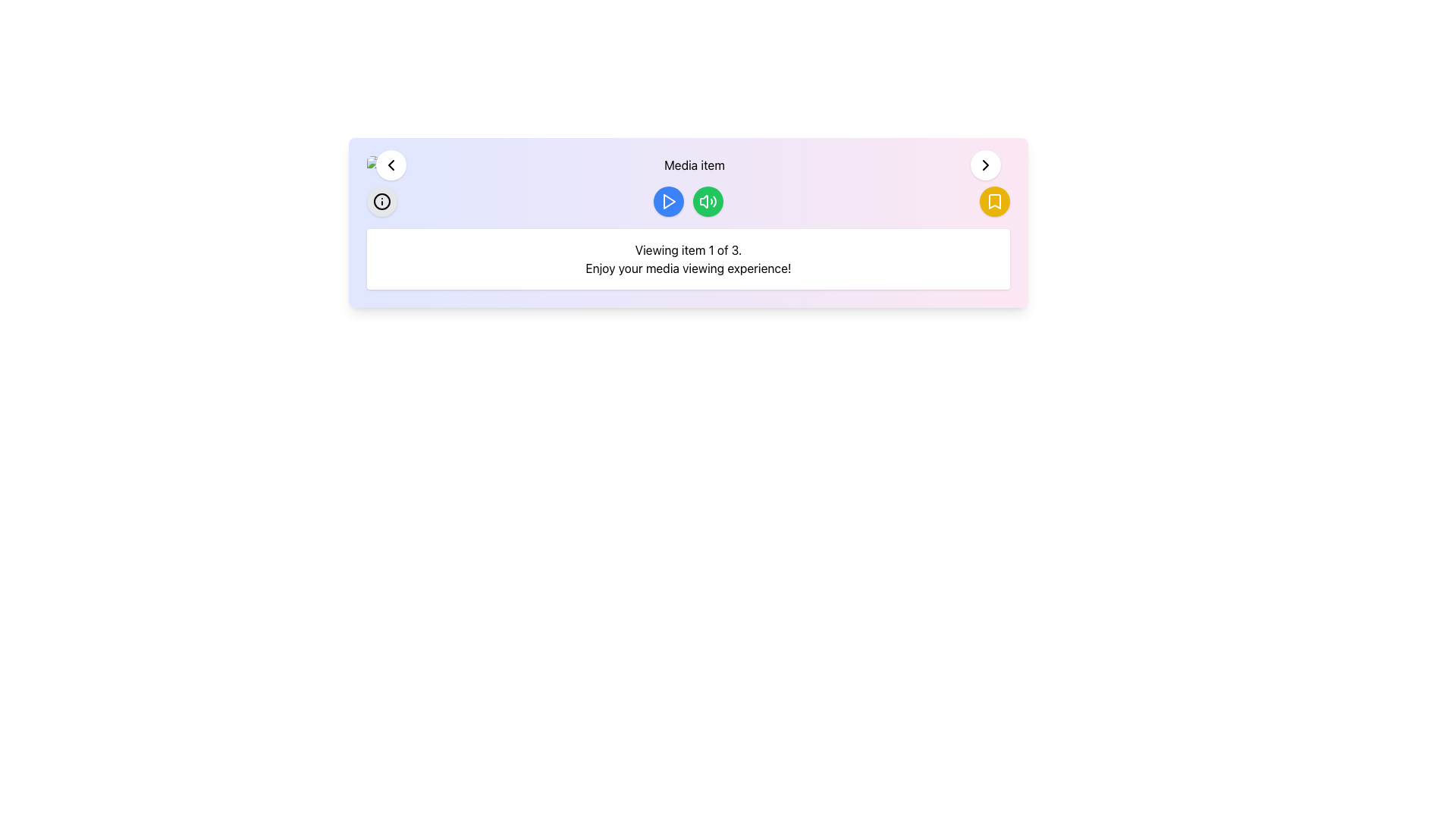  What do you see at coordinates (708, 201) in the screenshot?
I see `the volume control button located immediately to the right of the blue play button` at bounding box center [708, 201].